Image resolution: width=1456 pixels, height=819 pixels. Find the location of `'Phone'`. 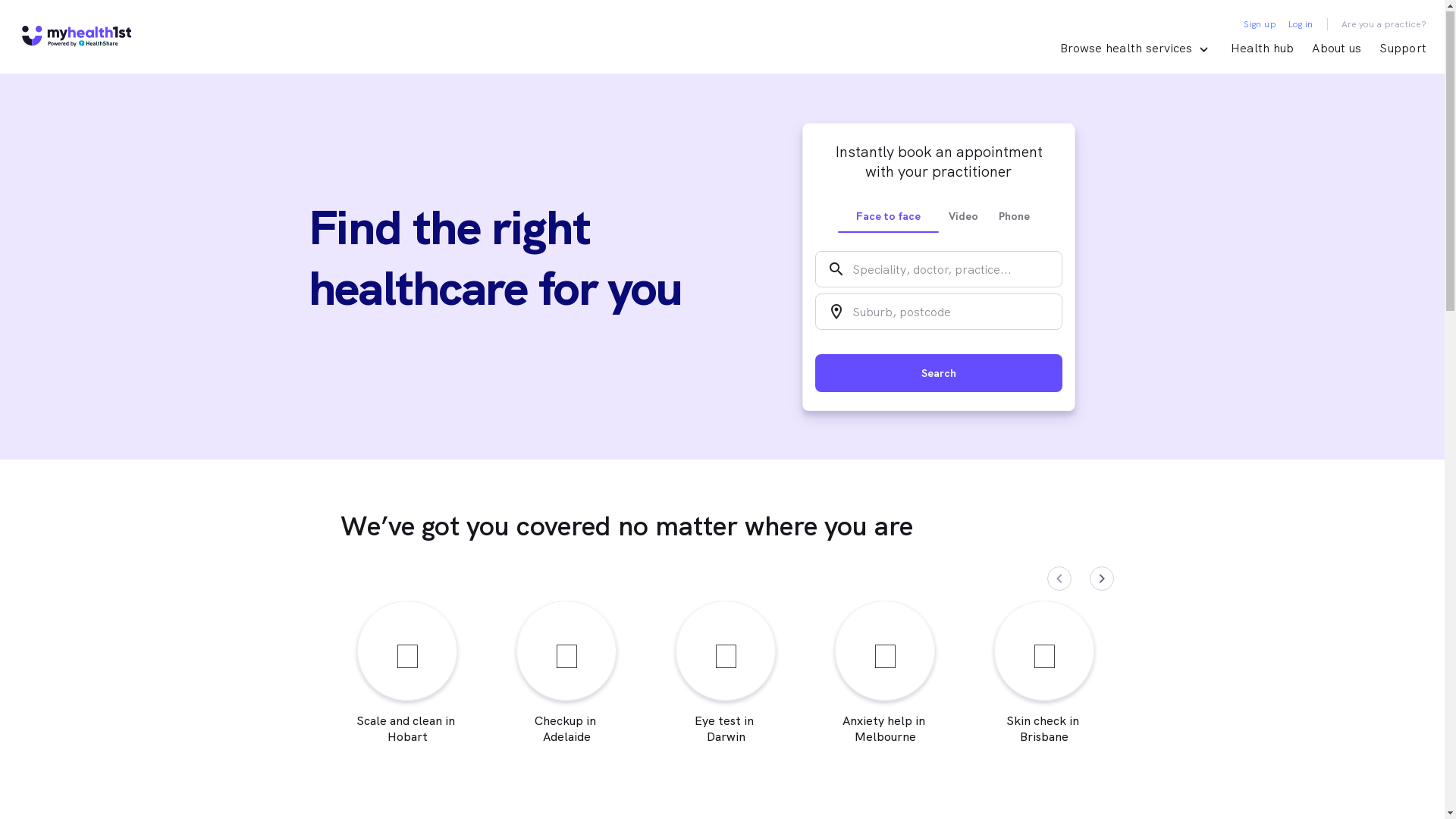

'Phone' is located at coordinates (989, 216).